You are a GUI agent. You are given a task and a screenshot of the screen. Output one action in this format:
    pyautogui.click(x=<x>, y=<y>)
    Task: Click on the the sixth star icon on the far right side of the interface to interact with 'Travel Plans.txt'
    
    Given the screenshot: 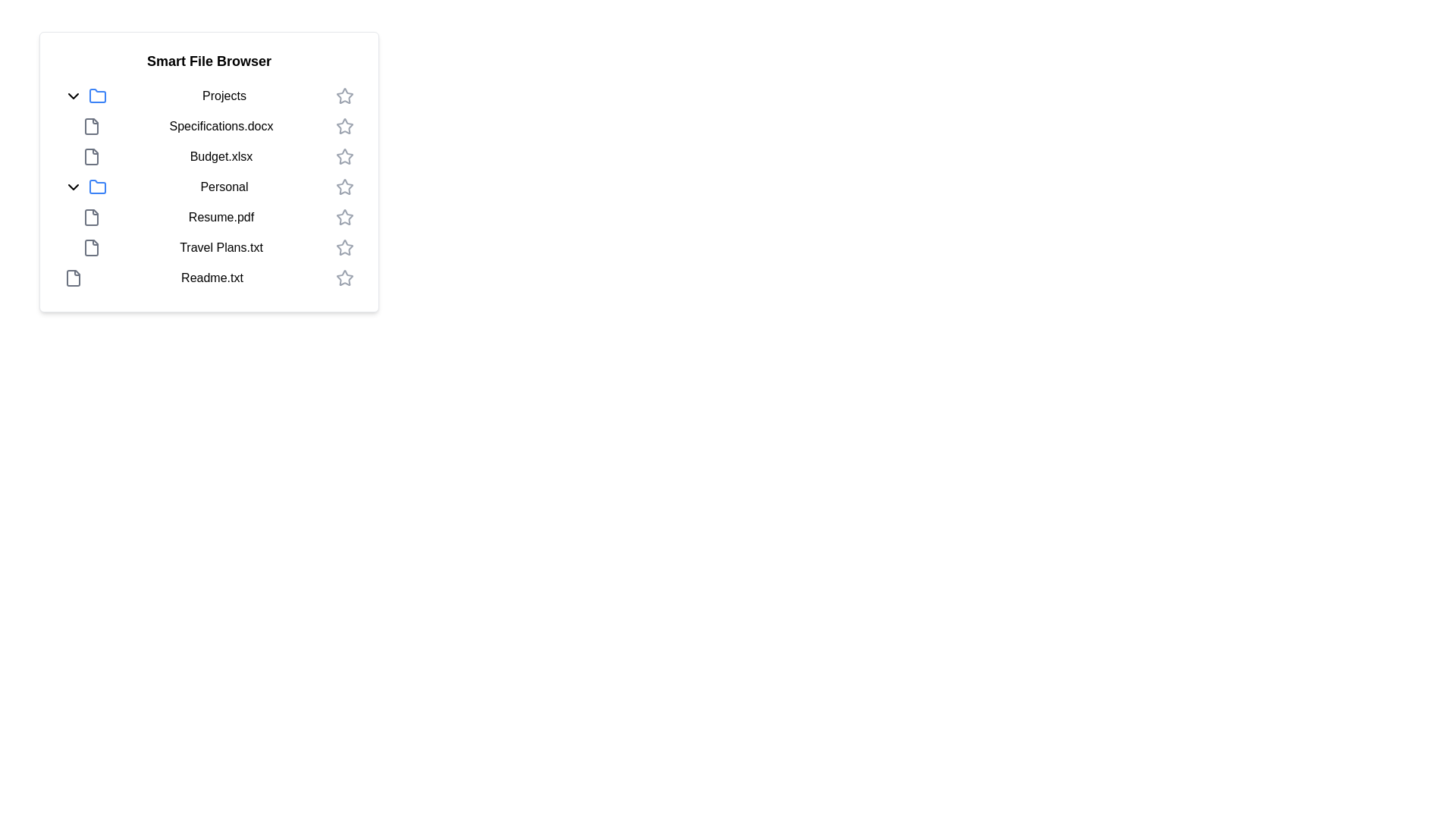 What is the action you would take?
    pyautogui.click(x=344, y=246)
    